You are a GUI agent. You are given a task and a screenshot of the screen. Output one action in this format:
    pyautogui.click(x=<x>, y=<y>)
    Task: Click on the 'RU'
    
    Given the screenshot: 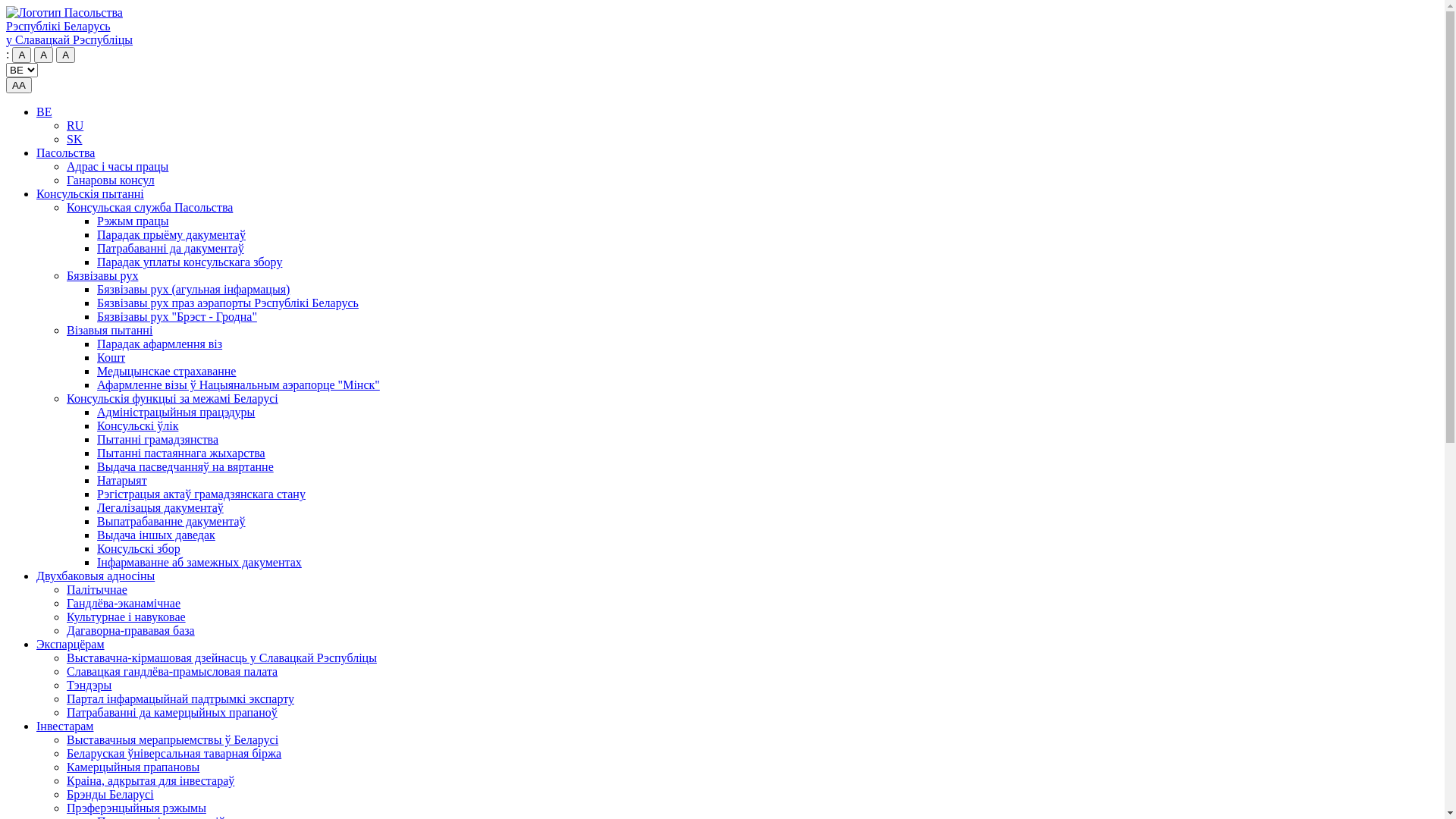 What is the action you would take?
    pyautogui.click(x=74, y=124)
    